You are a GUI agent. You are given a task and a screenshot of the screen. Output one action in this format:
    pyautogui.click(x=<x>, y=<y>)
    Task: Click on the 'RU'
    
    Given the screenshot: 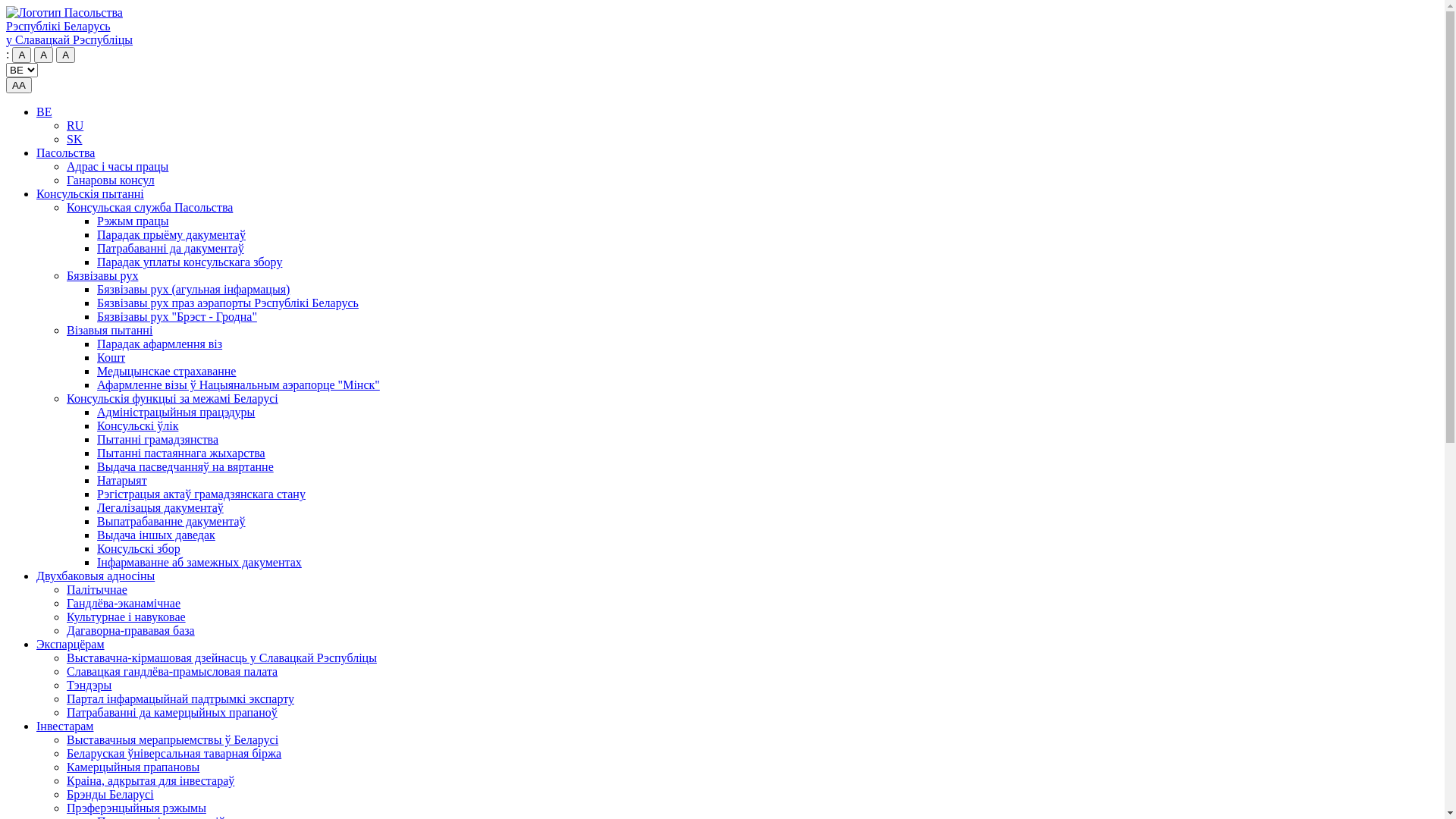 What is the action you would take?
    pyautogui.click(x=74, y=124)
    